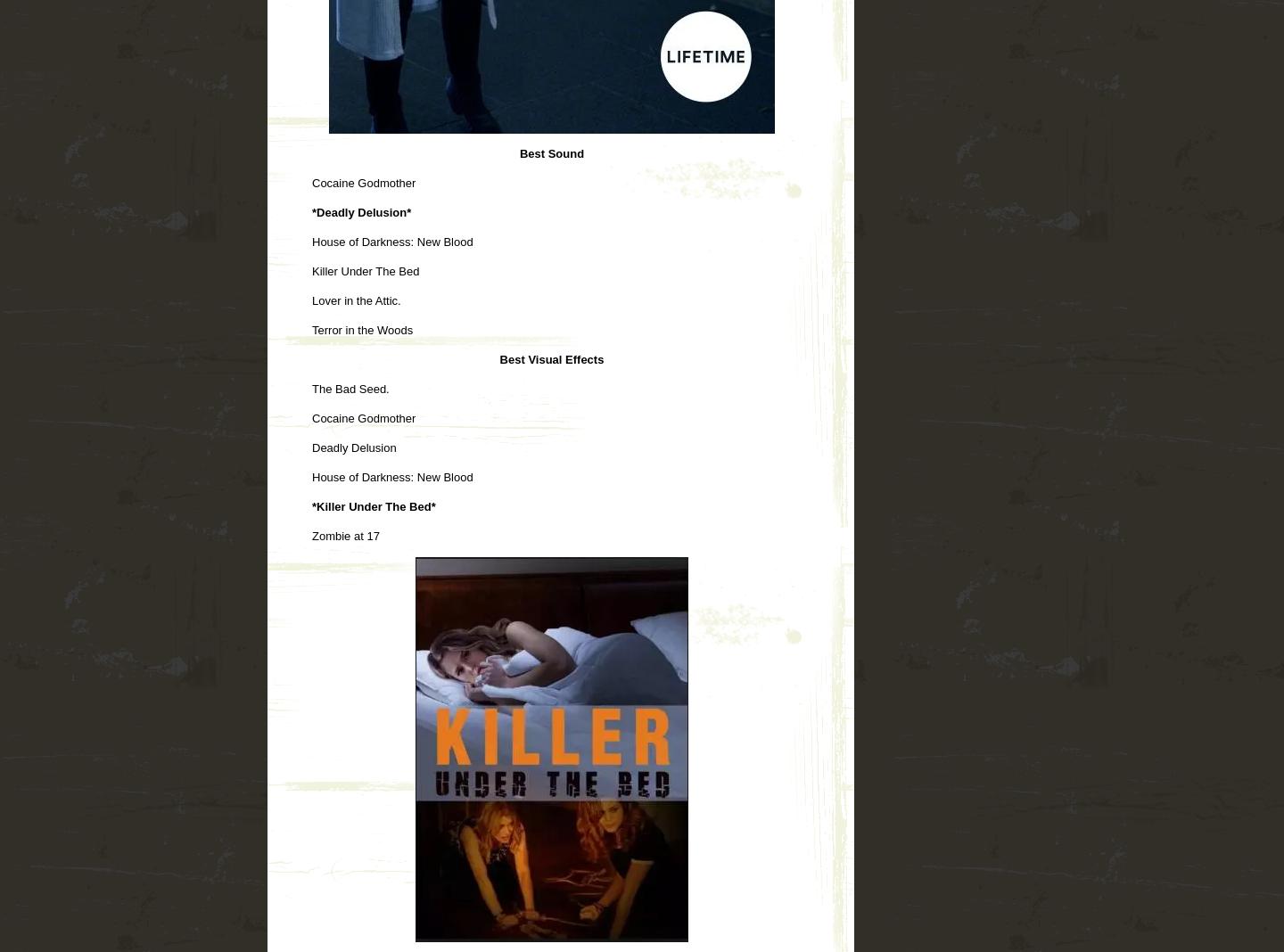 The width and height of the screenshot is (1284, 952). What do you see at coordinates (344, 534) in the screenshot?
I see `'Zombie at 17'` at bounding box center [344, 534].